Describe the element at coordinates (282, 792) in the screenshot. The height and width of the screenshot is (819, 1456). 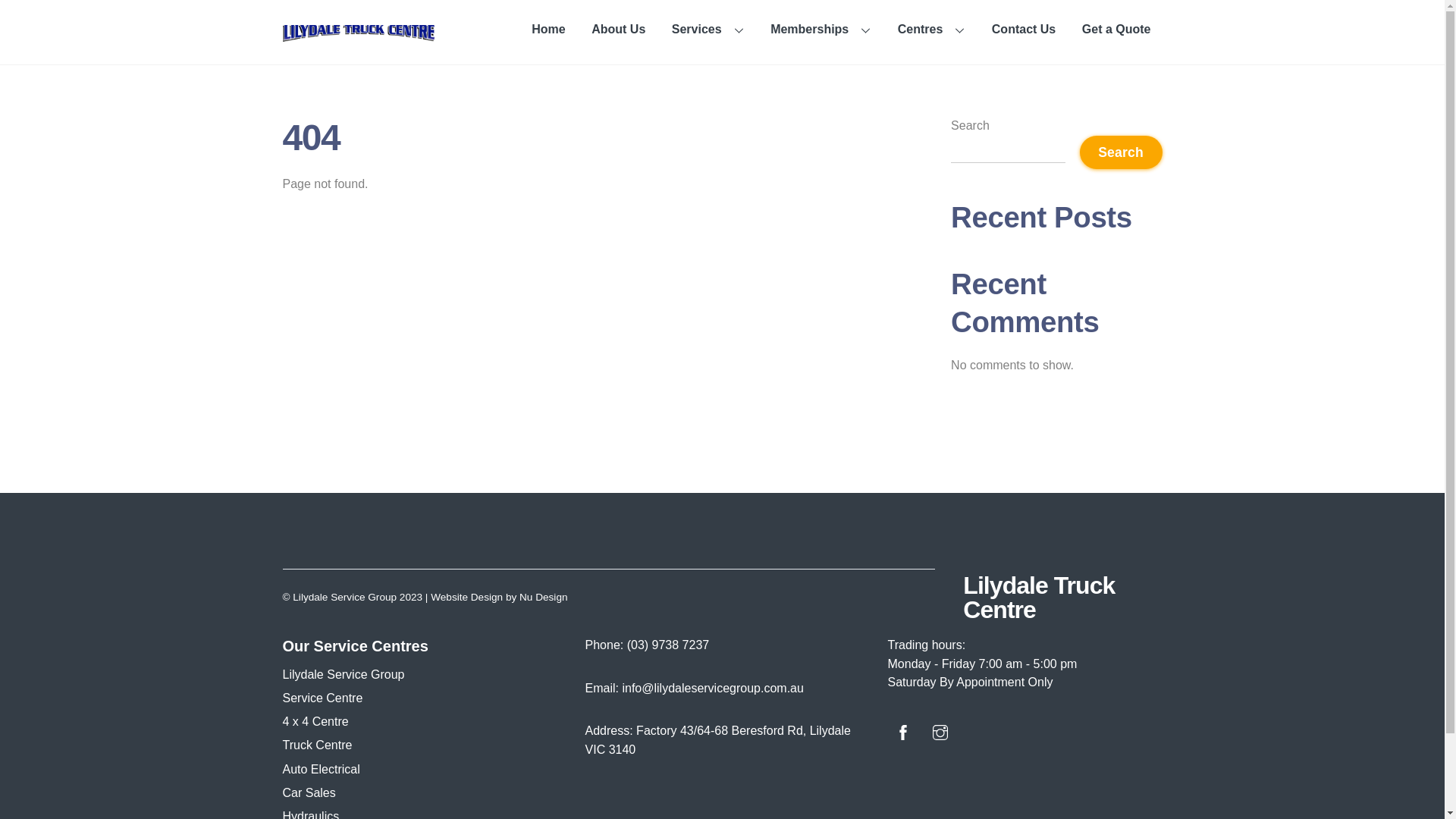
I see `'Car Sales'` at that location.